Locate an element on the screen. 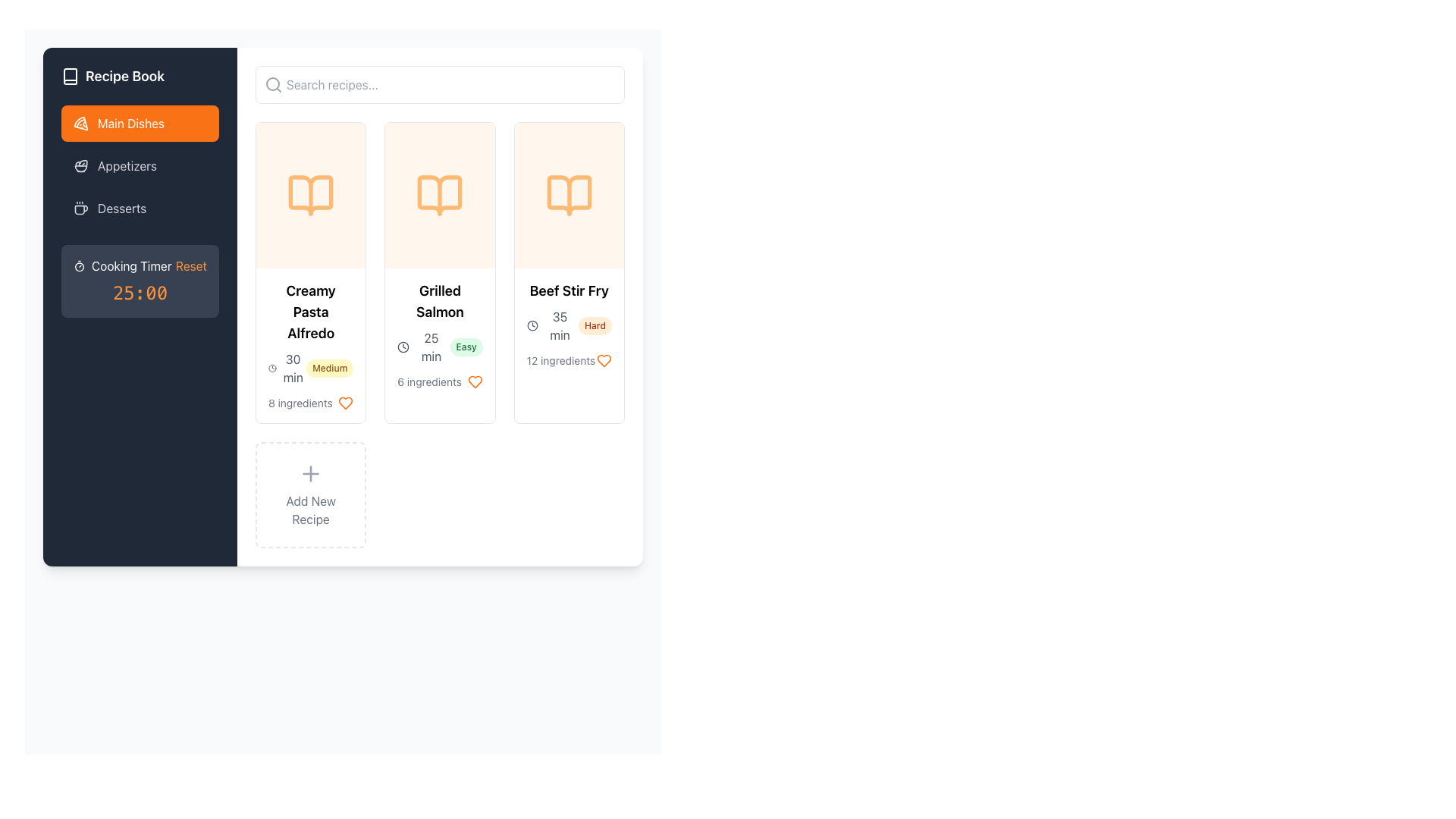  the 'Grilled Salmon' recipe card, which is a vertically aligned card with a white background, rounded corners, and a light gray border, located in the 'Main Dishes' section between 'Creamy Pasta Alfredo' and 'Beef Stir Fry' is located at coordinates (439, 271).